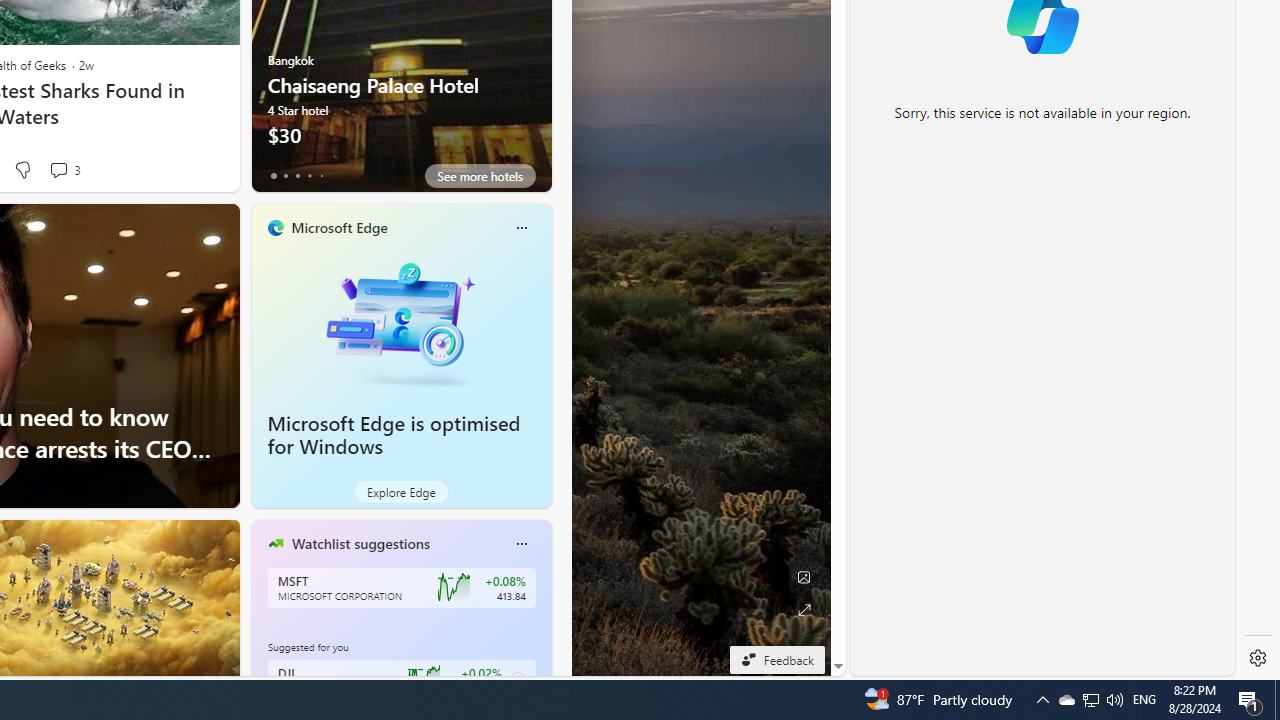 The width and height of the screenshot is (1280, 720). What do you see at coordinates (400, 492) in the screenshot?
I see `'Explore Edge'` at bounding box center [400, 492].